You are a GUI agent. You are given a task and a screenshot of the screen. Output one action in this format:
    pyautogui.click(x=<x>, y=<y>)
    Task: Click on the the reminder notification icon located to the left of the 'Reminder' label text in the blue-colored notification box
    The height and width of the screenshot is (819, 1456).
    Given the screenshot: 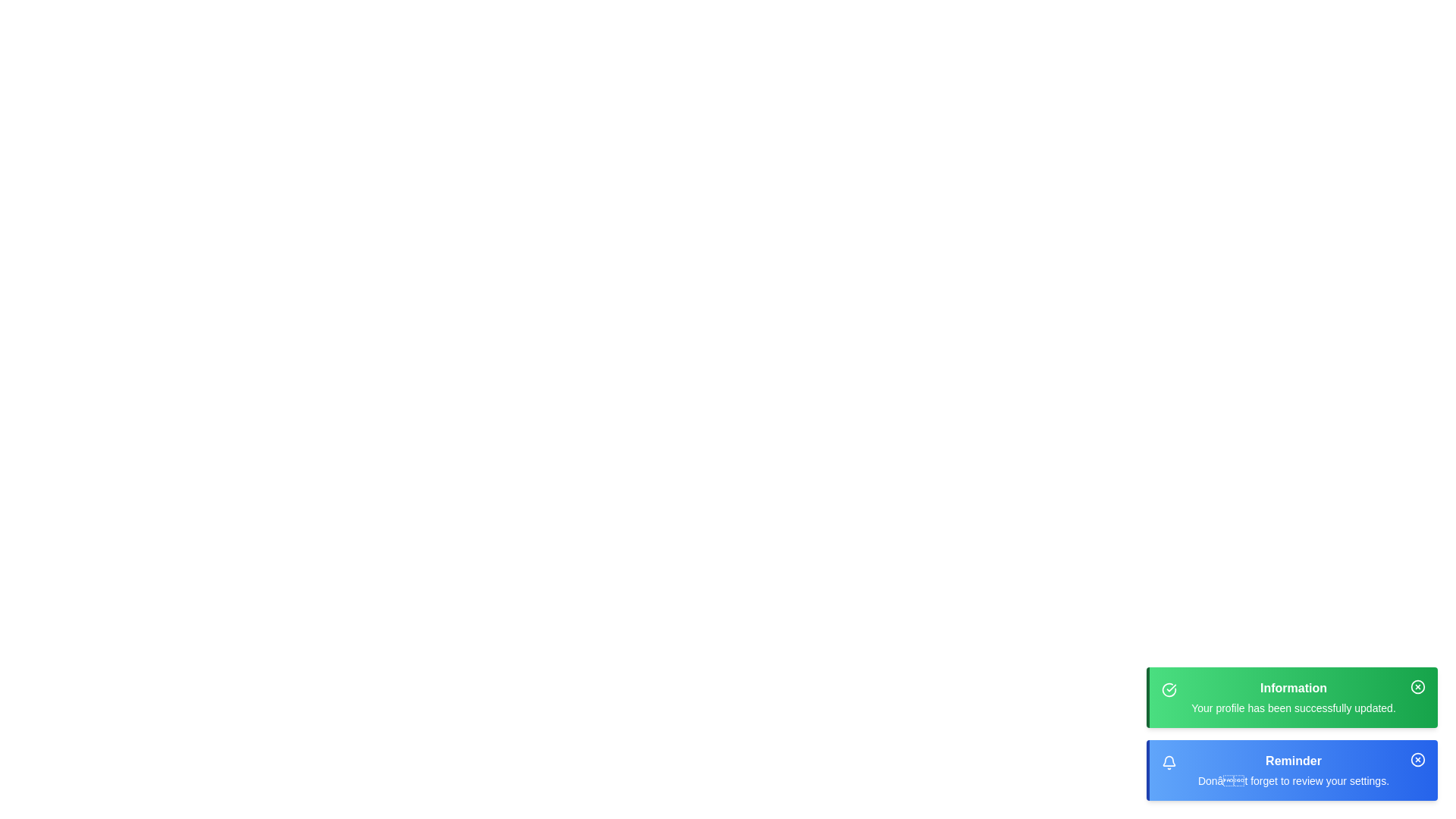 What is the action you would take?
    pyautogui.click(x=1168, y=763)
    